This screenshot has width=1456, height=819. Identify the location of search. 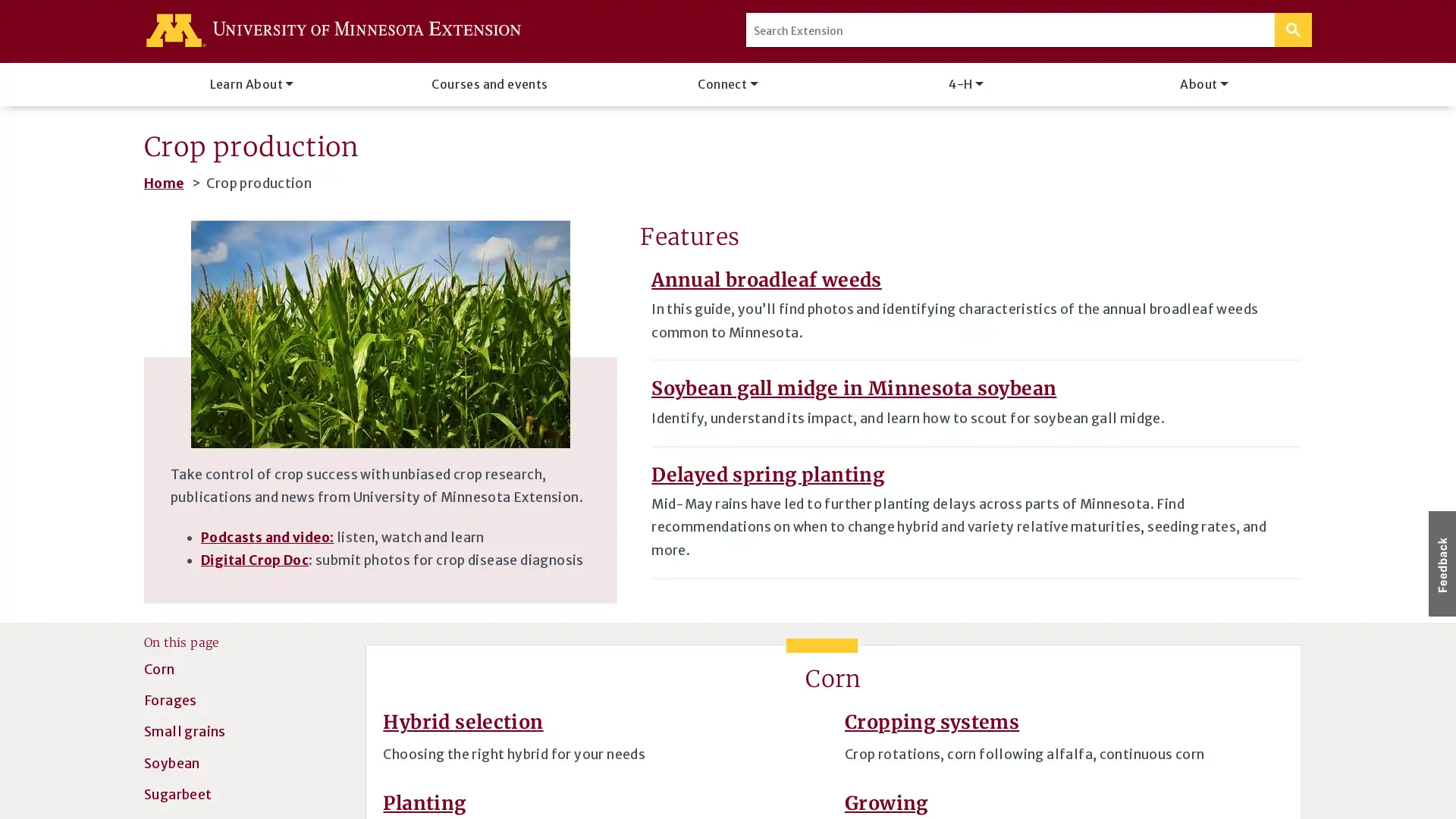
(1292, 30).